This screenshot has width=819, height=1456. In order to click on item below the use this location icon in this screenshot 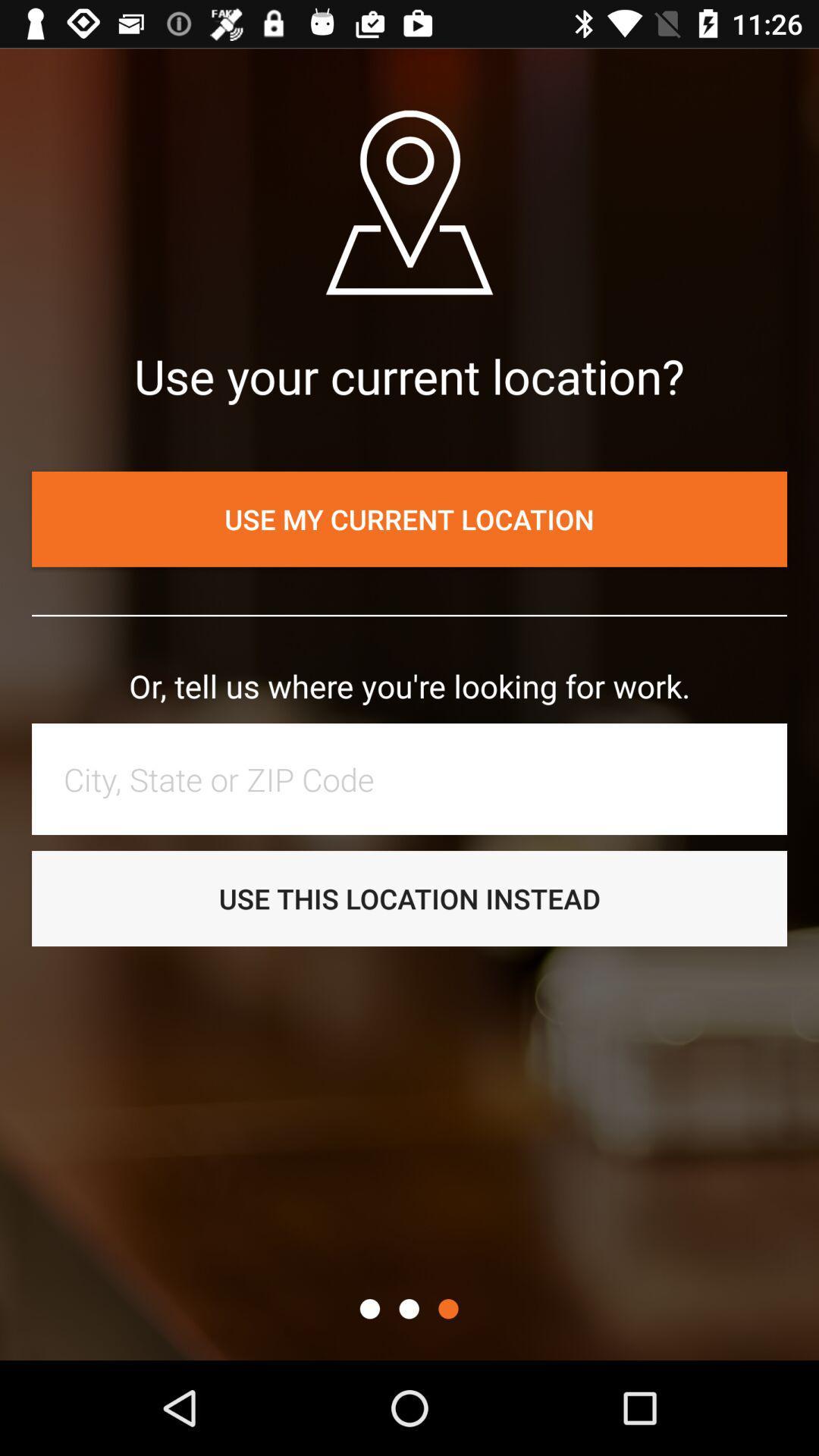, I will do `click(447, 1308)`.